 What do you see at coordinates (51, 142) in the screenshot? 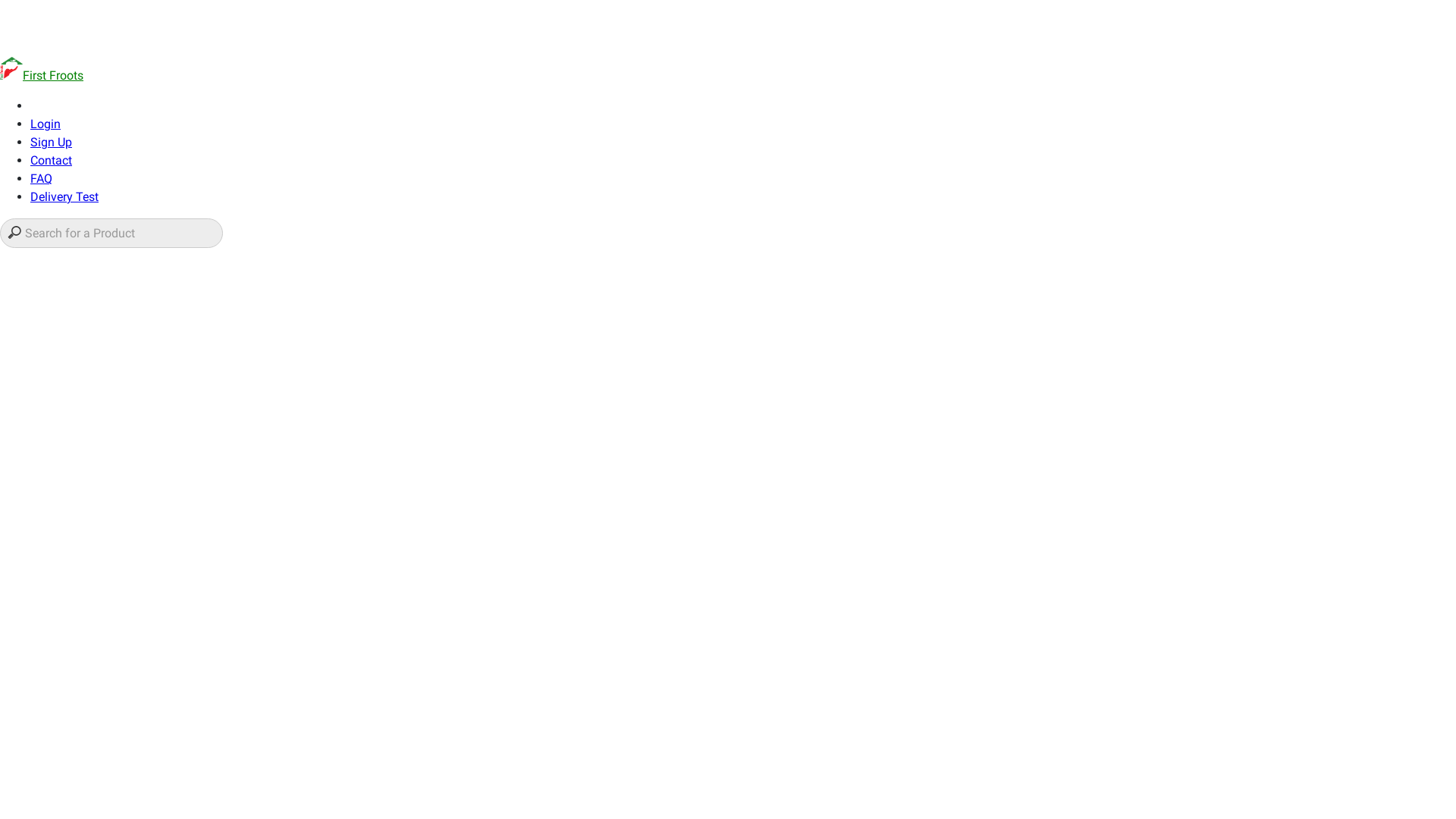
I see `'Sign Up'` at bounding box center [51, 142].